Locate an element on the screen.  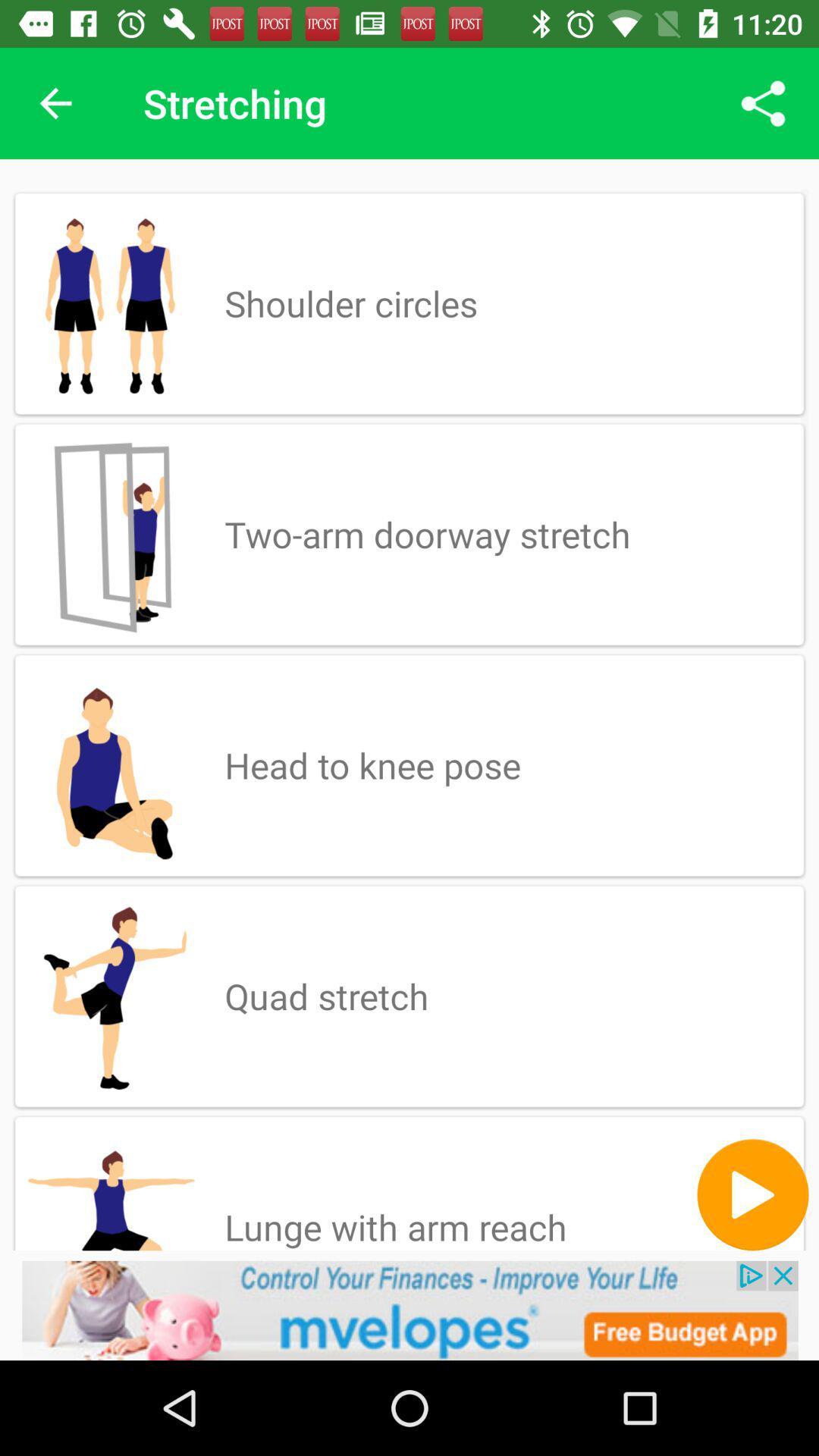
the play icon is located at coordinates (752, 1194).